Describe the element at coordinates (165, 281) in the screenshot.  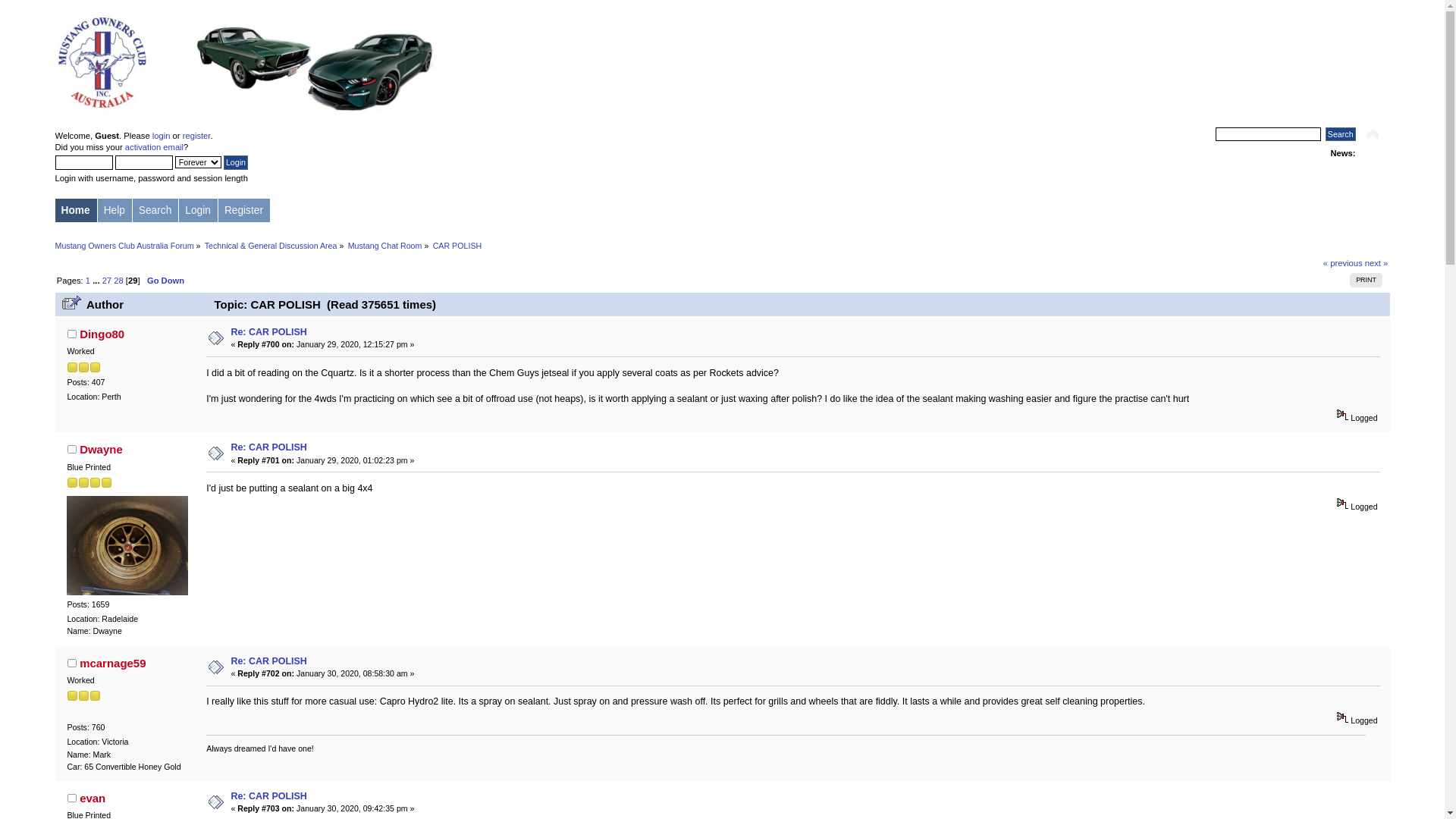
I see `'Go Down'` at that location.